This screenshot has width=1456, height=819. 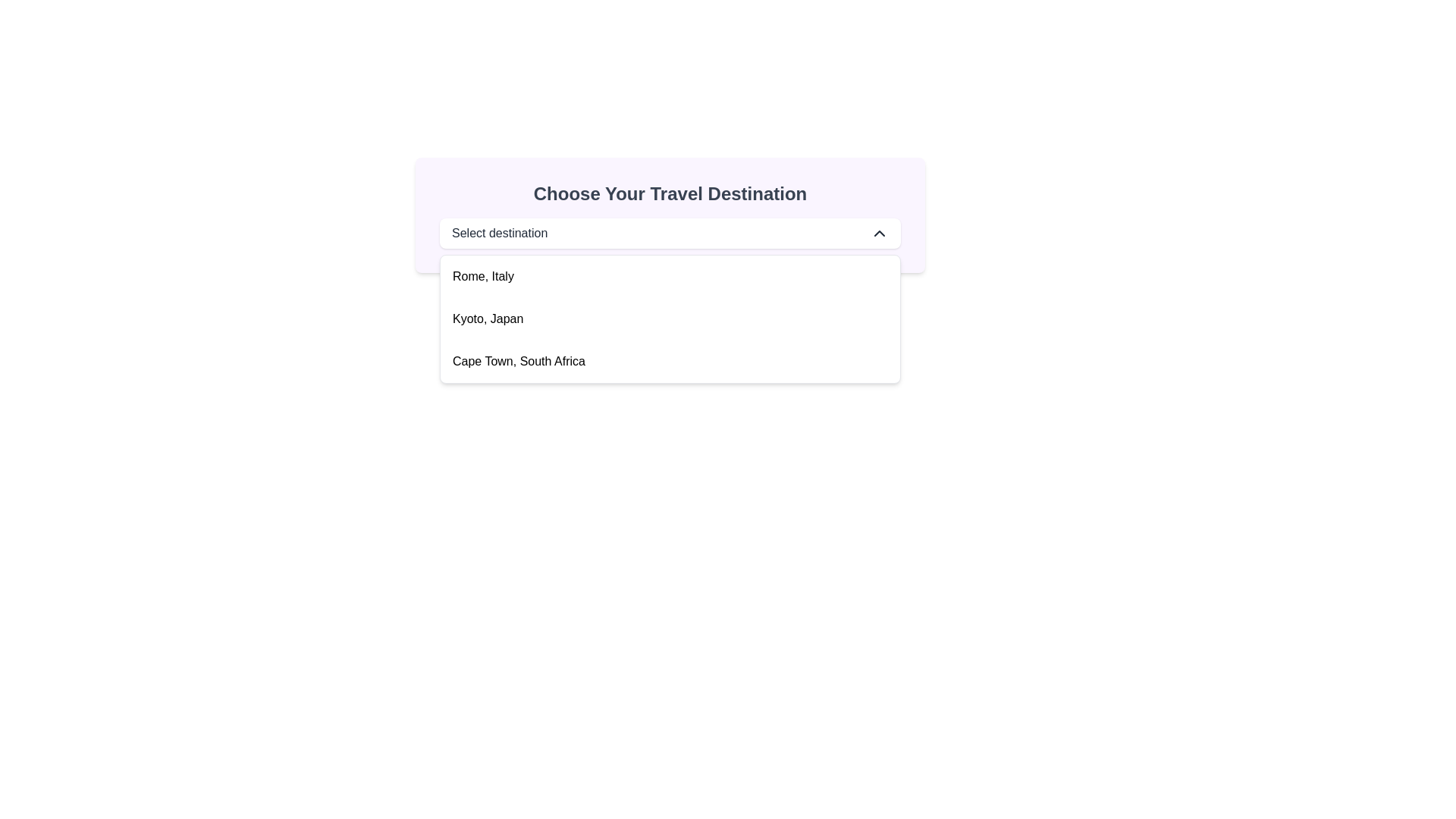 What do you see at coordinates (669, 318) in the screenshot?
I see `the dropdown menu option 'Kyoto, Japan', which is the second item in the list` at bounding box center [669, 318].